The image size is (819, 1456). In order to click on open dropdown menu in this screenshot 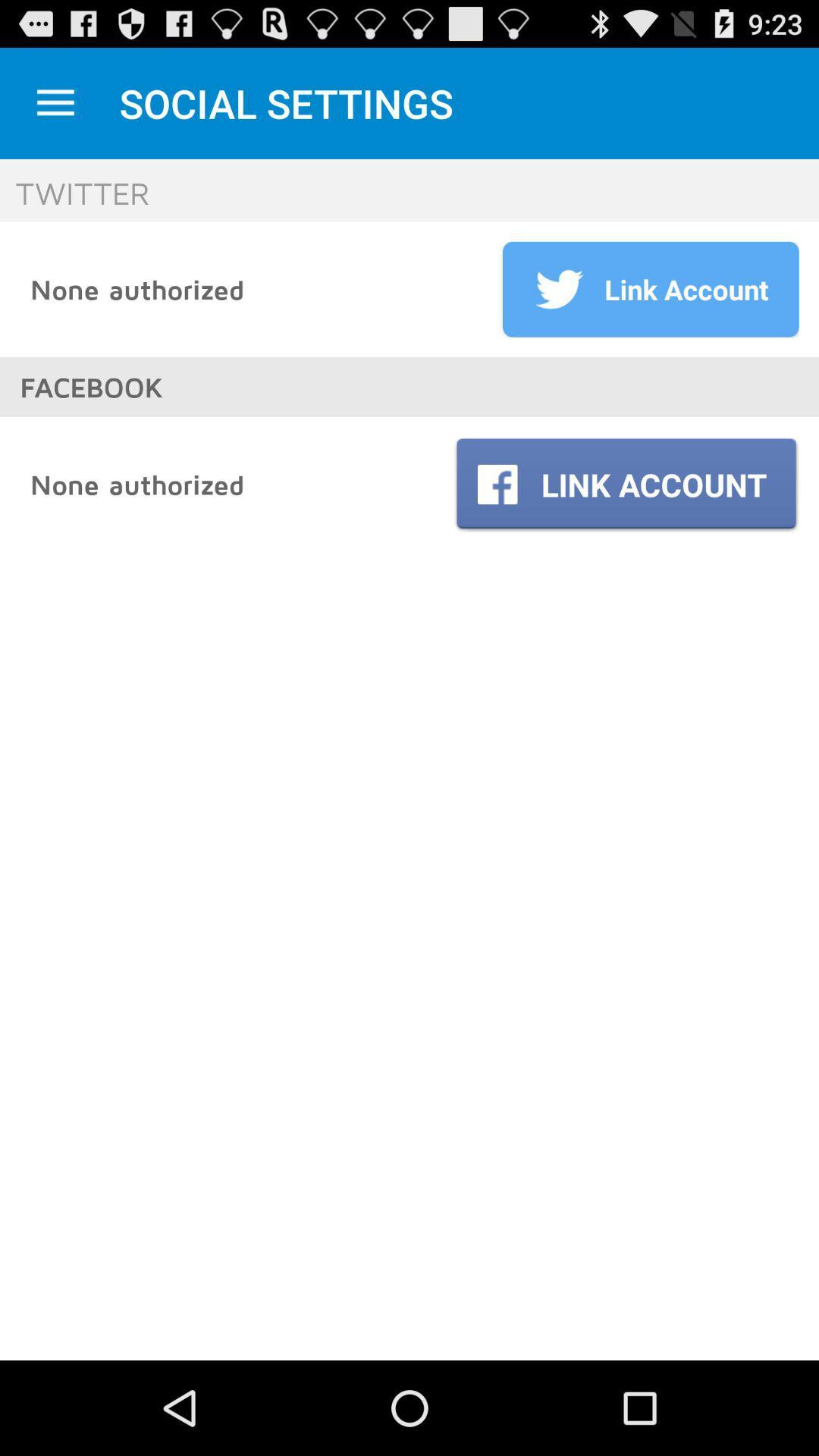, I will do `click(55, 102)`.